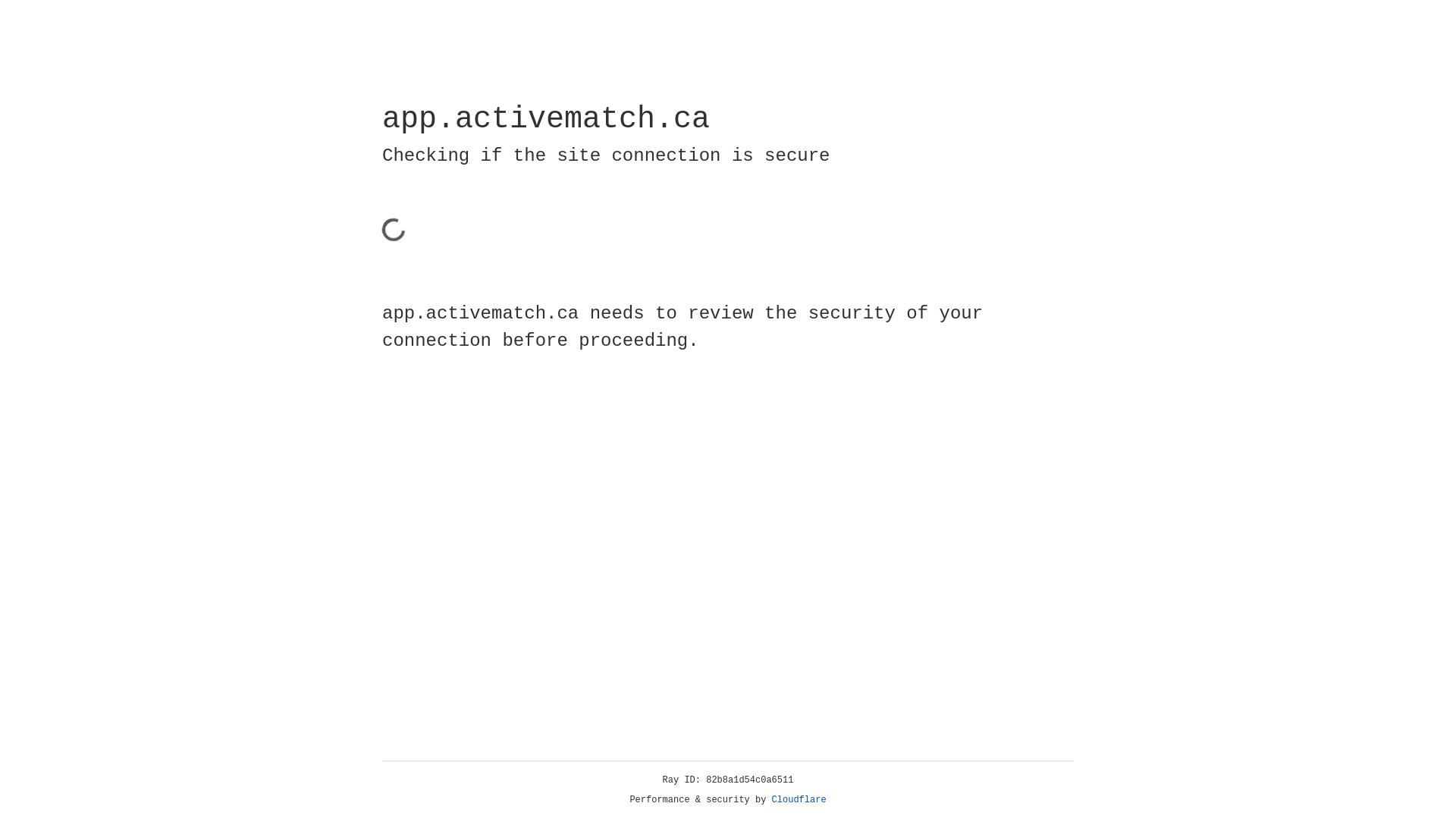  Describe the element at coordinates (799, 799) in the screenshot. I see `'Cloudflare'` at that location.